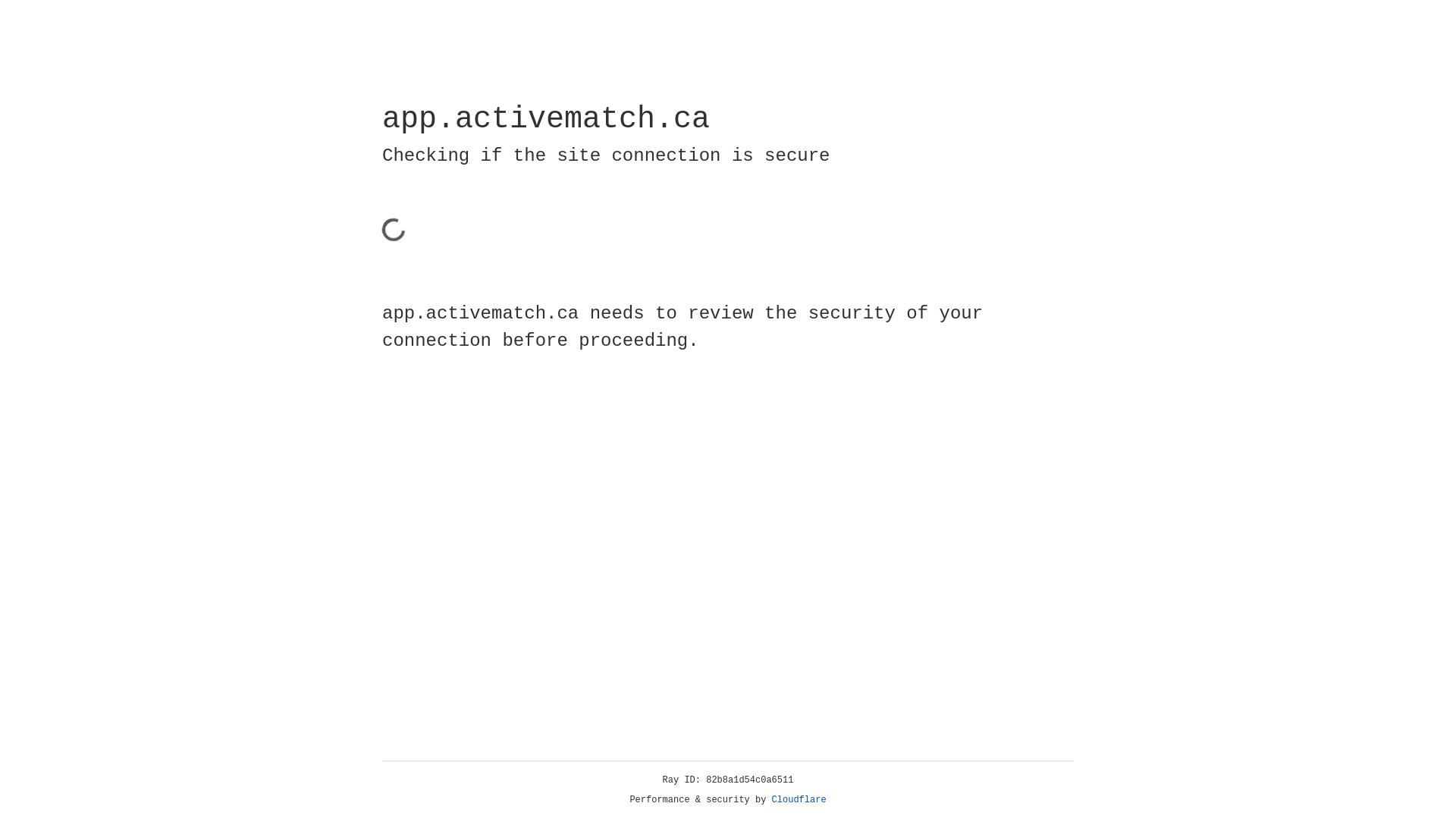  Describe the element at coordinates (799, 799) in the screenshot. I see `'Cloudflare'` at that location.